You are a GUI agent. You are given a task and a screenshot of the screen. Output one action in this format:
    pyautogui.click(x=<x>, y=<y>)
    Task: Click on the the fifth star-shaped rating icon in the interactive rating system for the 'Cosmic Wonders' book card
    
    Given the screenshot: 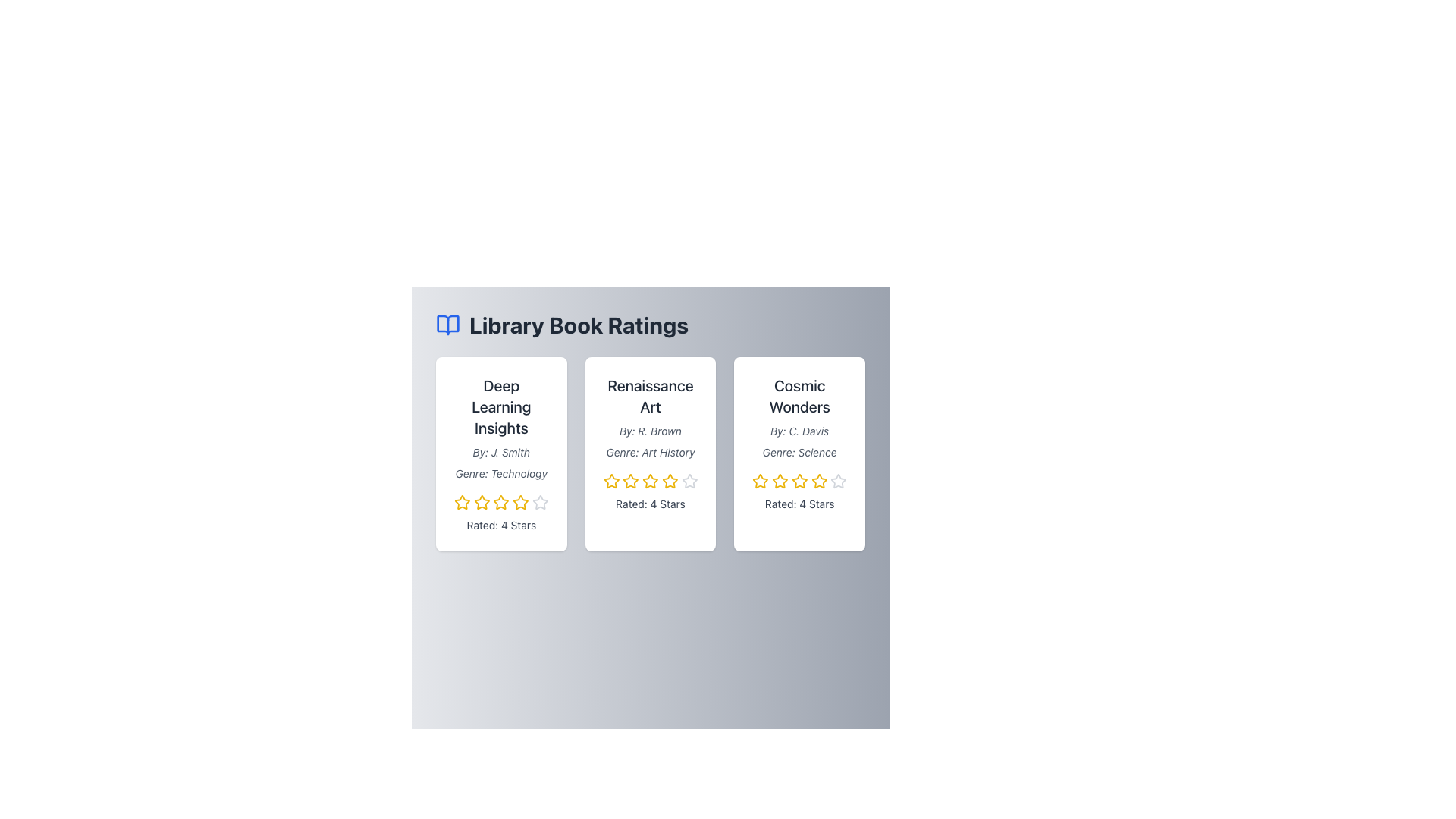 What is the action you would take?
    pyautogui.click(x=838, y=481)
    